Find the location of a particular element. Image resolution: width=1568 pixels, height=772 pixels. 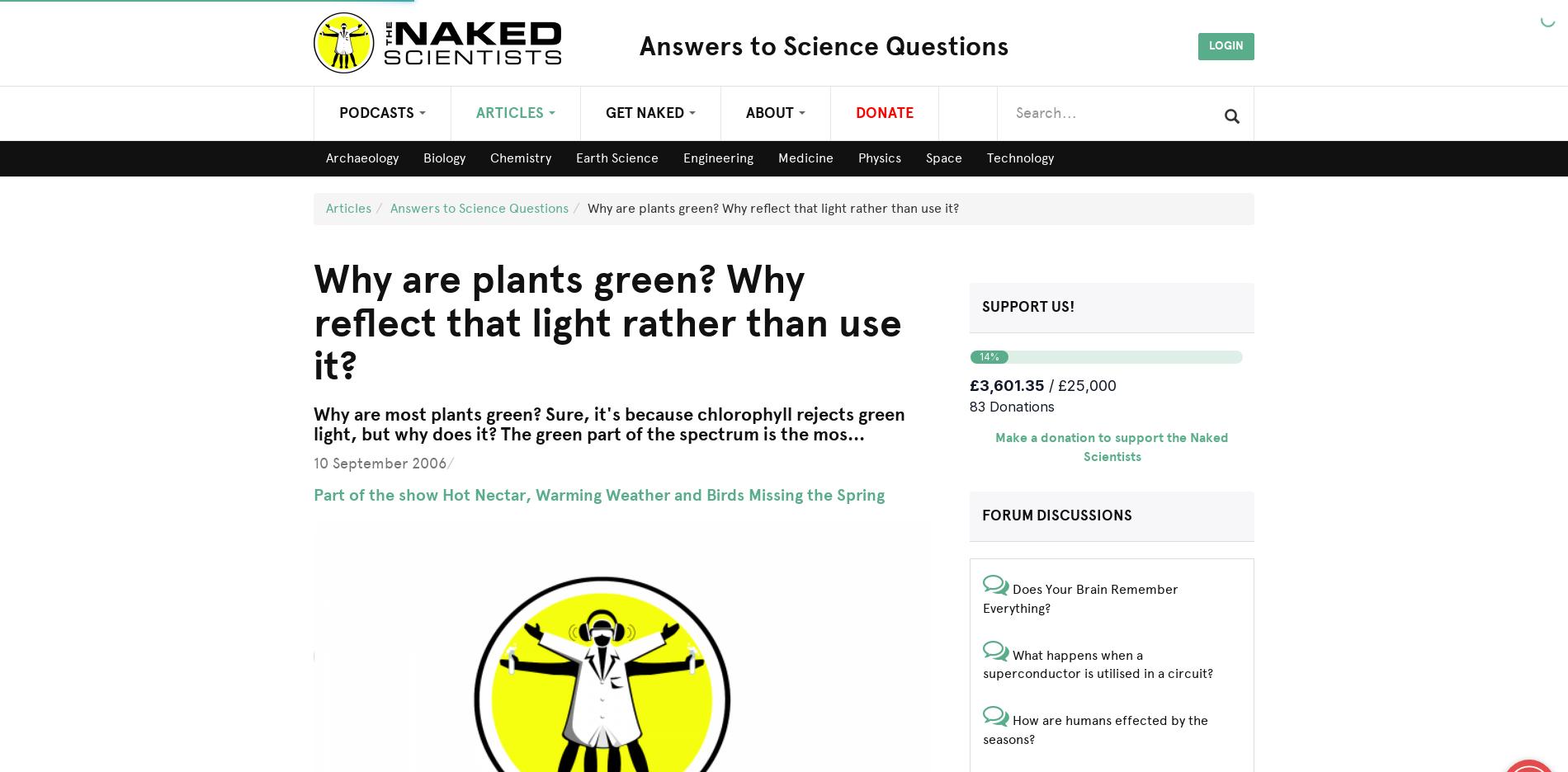

'Make a donation to support the Naked Scientists' is located at coordinates (1111, 447).